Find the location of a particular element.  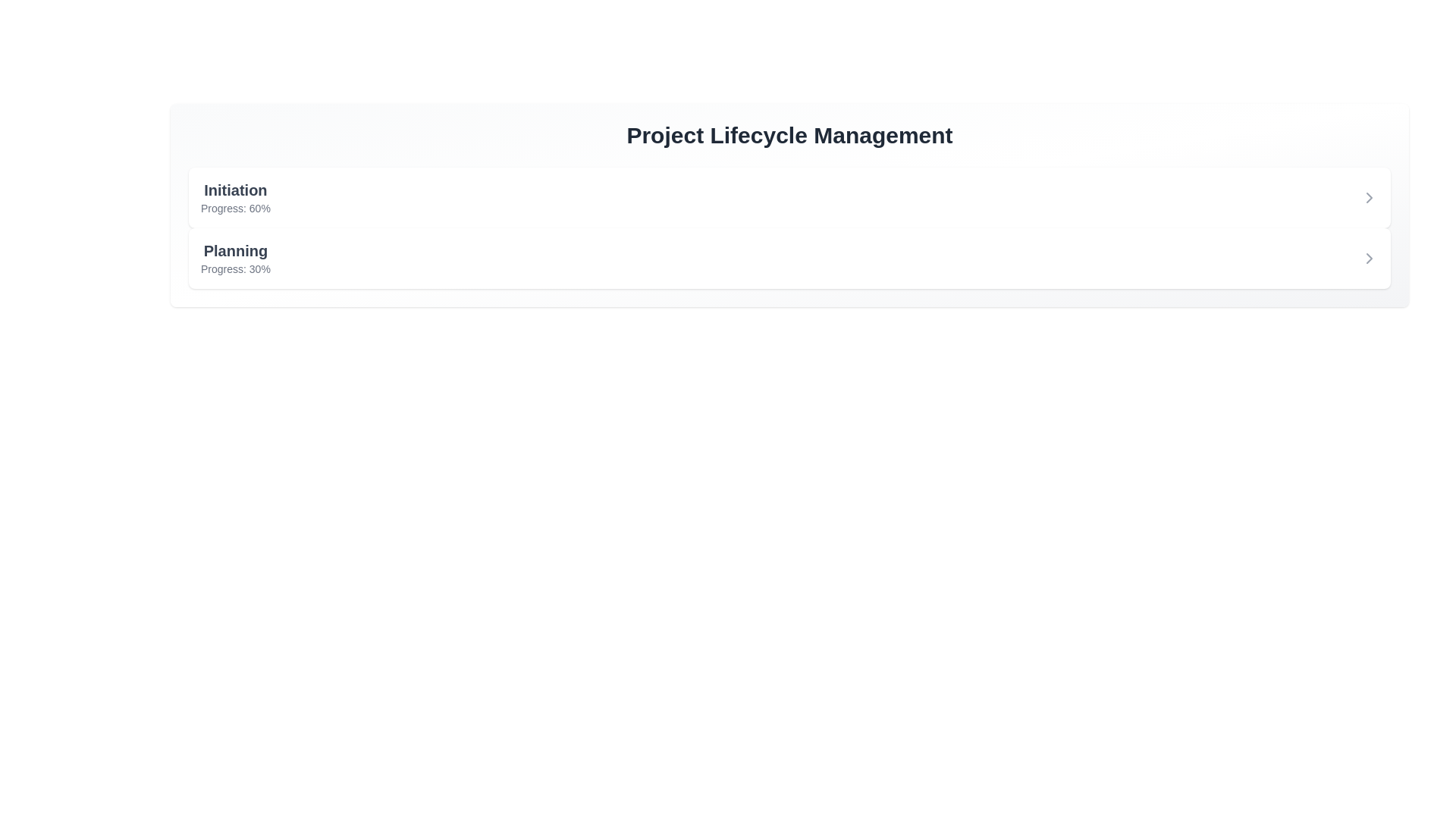

the right-facing chevron icon button located at the far right of the row displaying 'Initiation Progress: 60%' is located at coordinates (1369, 197).